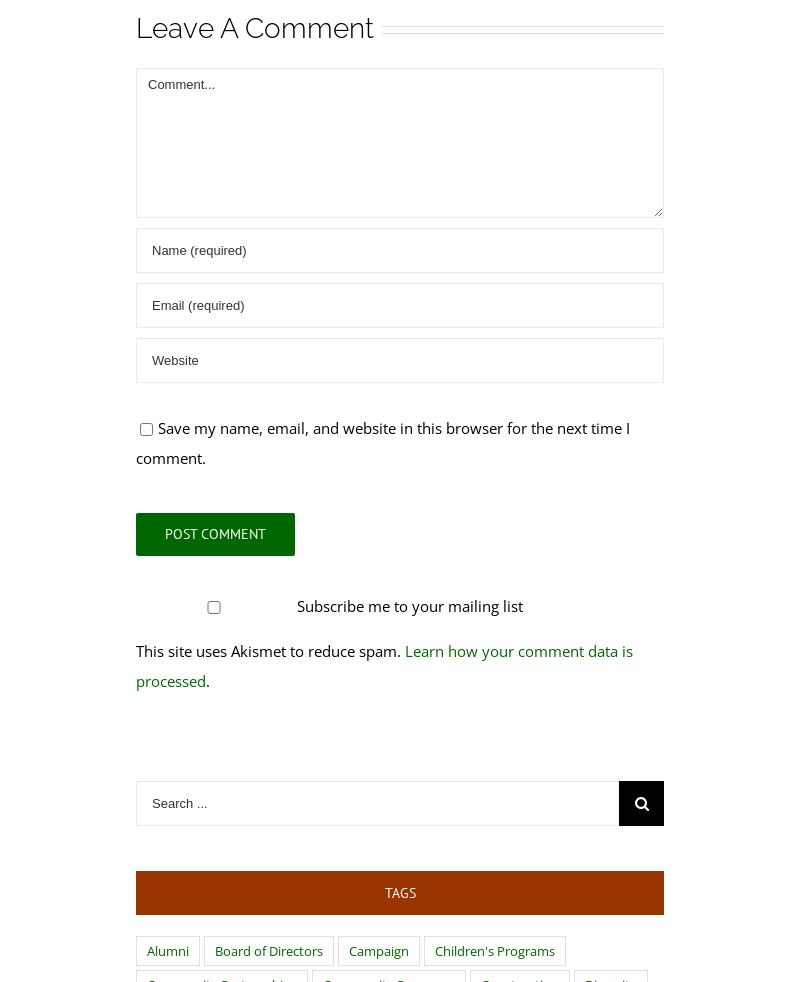 The width and height of the screenshot is (800, 982). What do you see at coordinates (146, 950) in the screenshot?
I see `'Alumni'` at bounding box center [146, 950].